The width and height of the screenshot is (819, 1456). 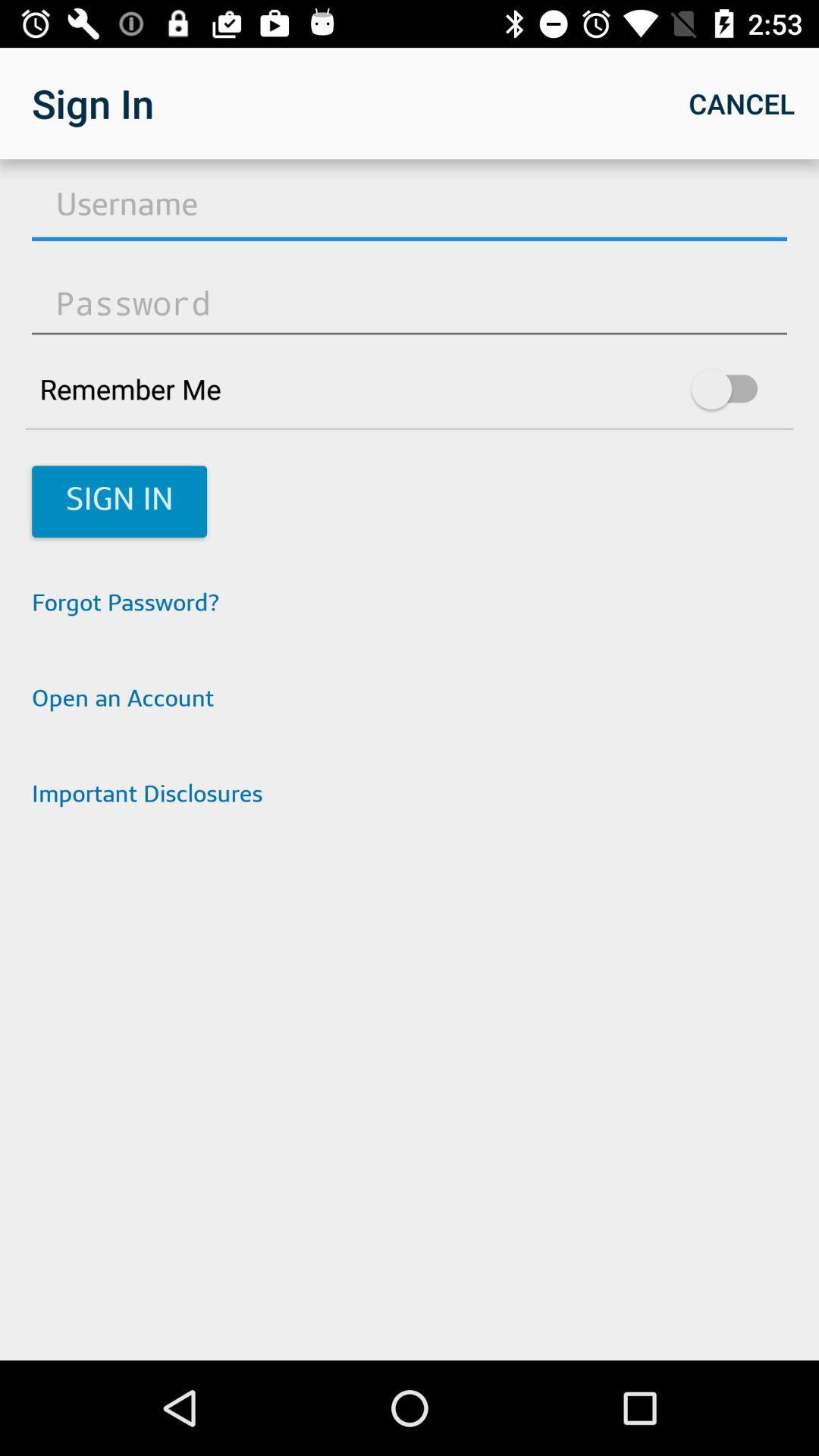 I want to click on the icon to the right of sign in app, so click(x=741, y=102).